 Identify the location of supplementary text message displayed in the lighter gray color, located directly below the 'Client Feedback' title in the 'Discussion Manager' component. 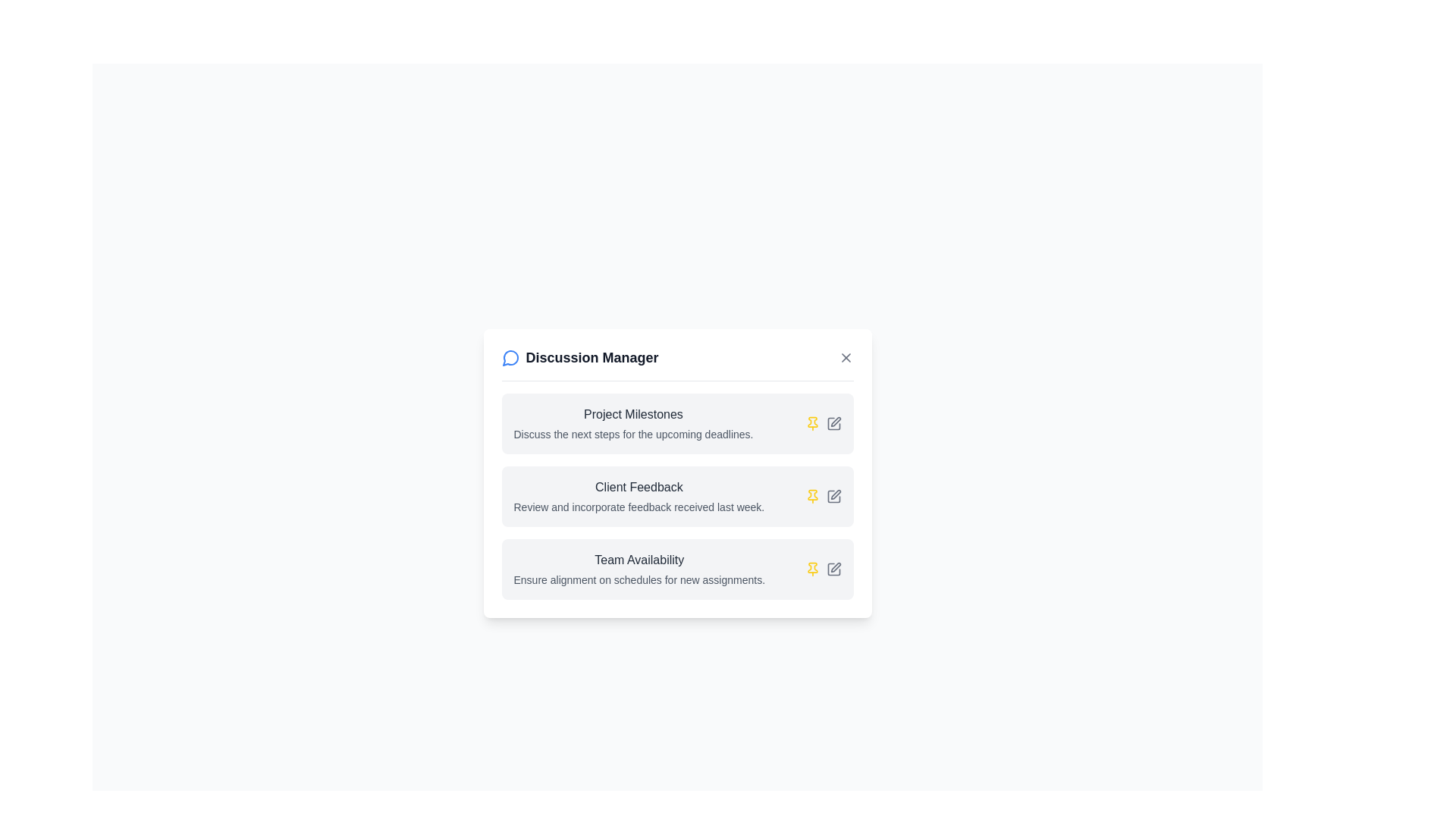
(639, 507).